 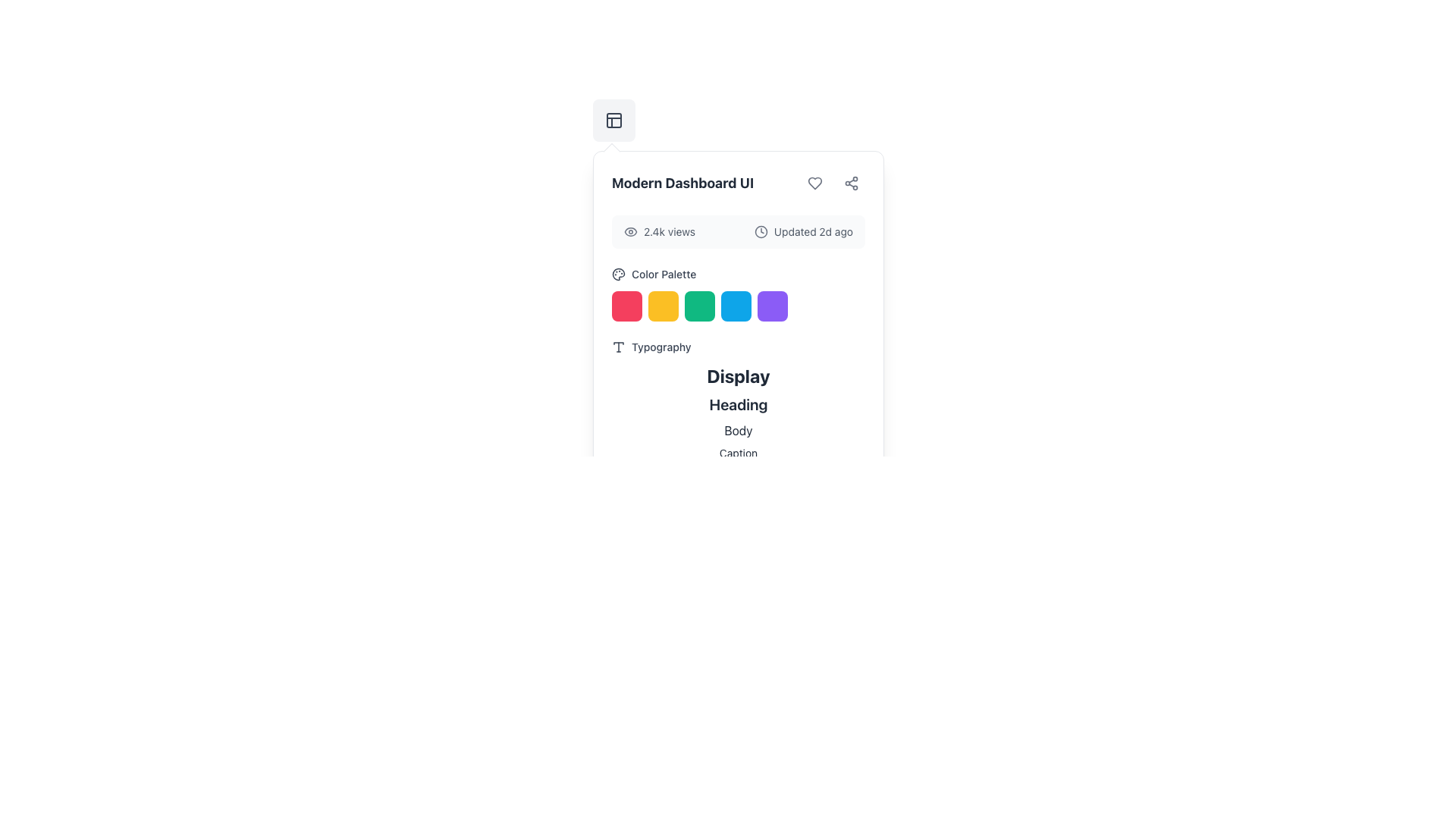 I want to click on the Color palette display, so click(x=739, y=294).